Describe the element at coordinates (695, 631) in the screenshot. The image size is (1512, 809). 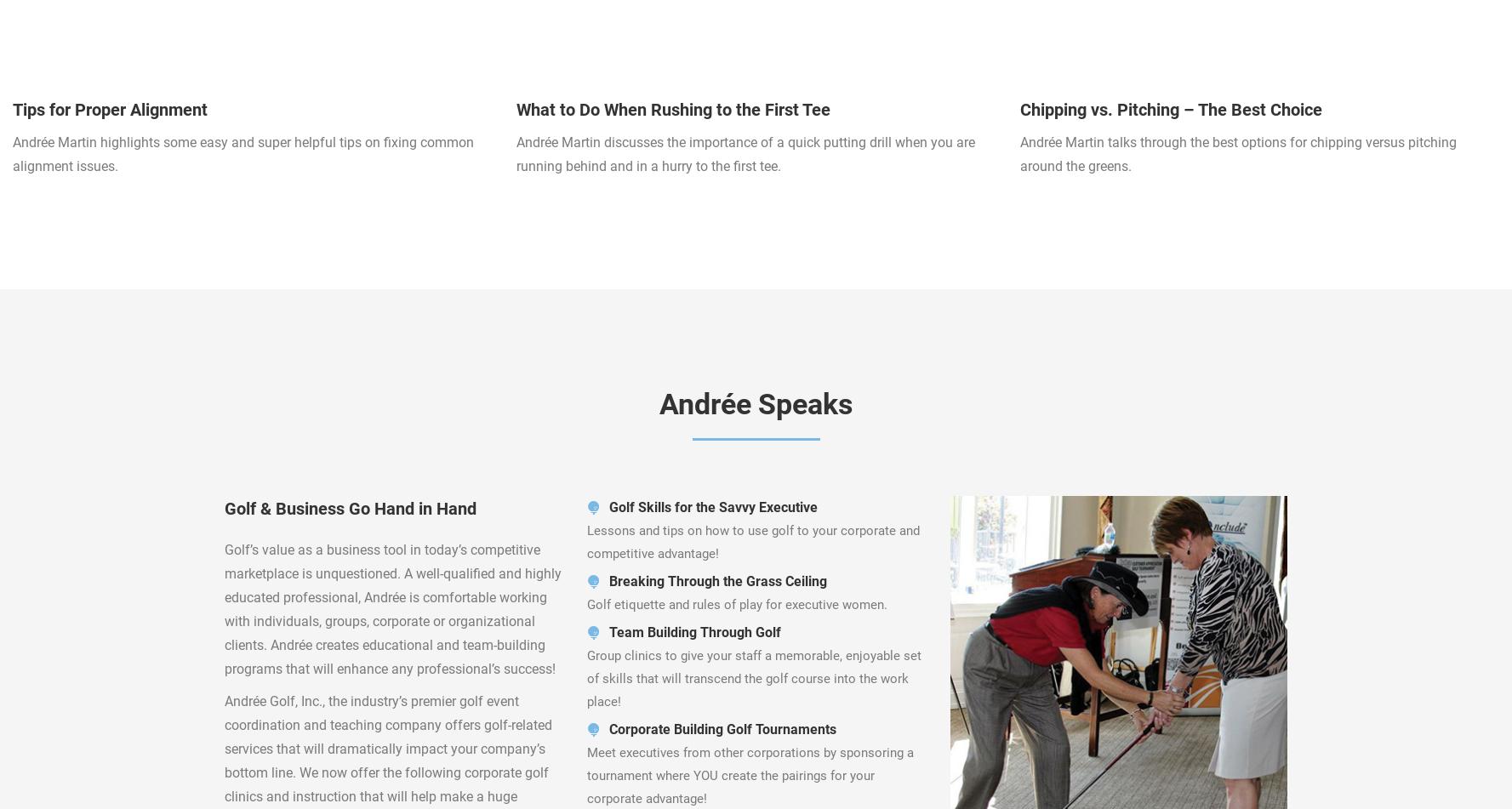
I see `'Team Building Through Golf'` at that location.